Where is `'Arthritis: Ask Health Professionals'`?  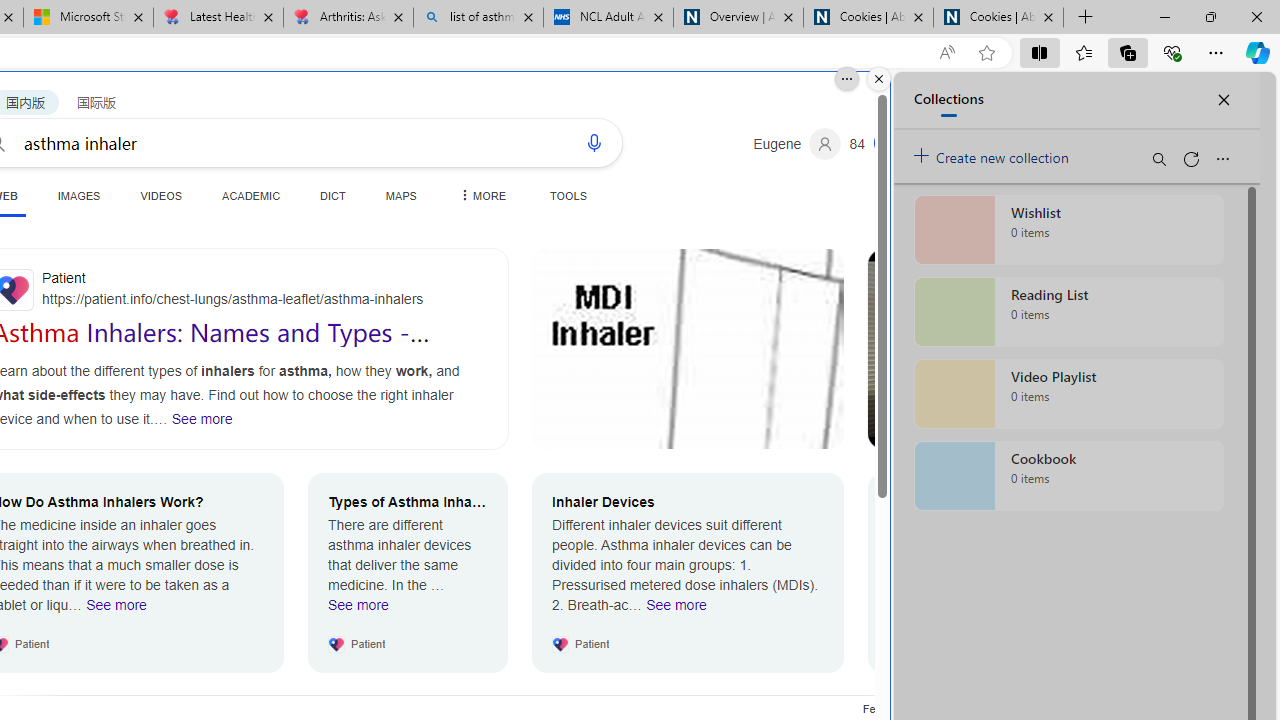 'Arthritis: Ask Health Professionals' is located at coordinates (348, 17).